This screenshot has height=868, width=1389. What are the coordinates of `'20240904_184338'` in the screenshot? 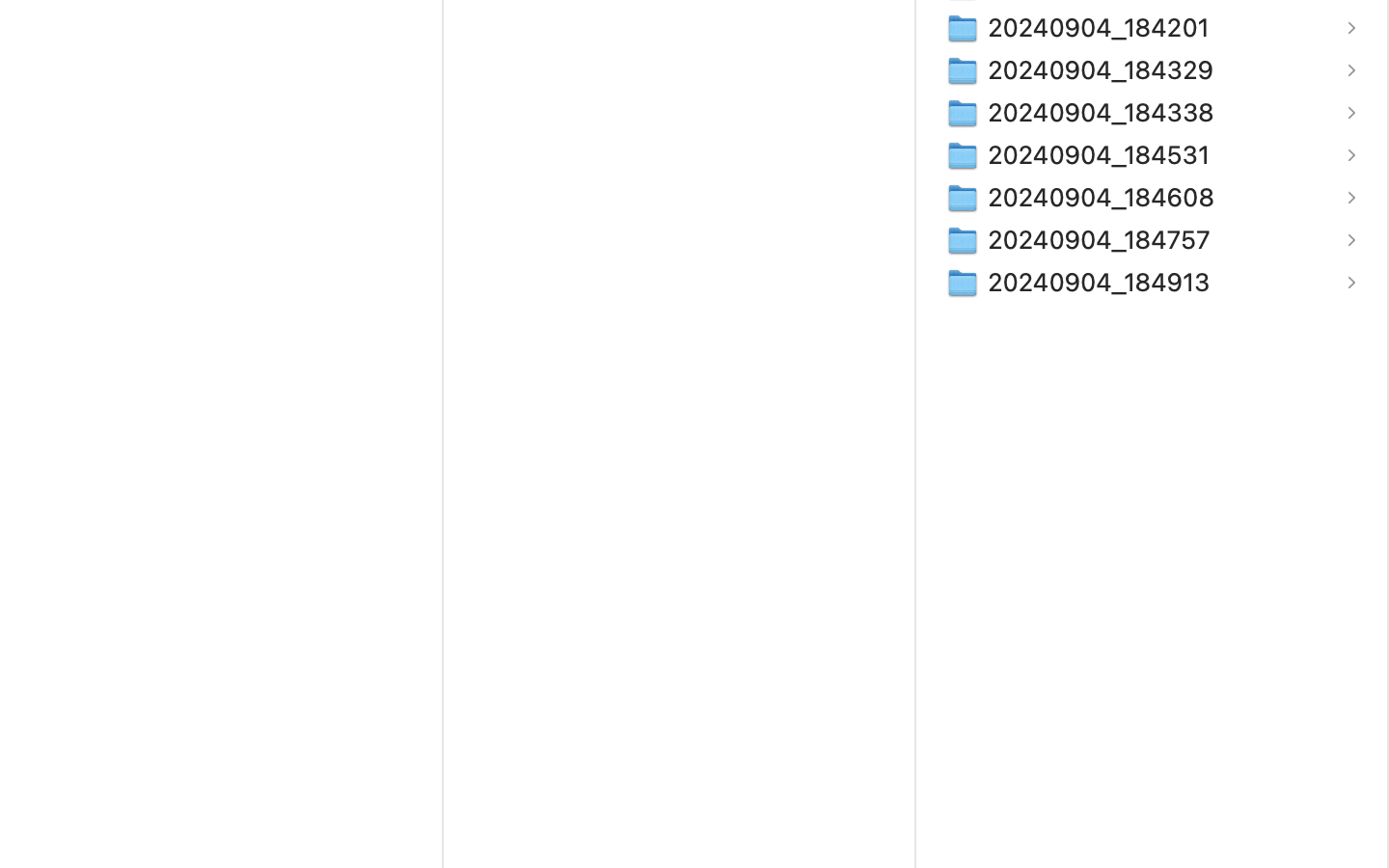 It's located at (1104, 112).